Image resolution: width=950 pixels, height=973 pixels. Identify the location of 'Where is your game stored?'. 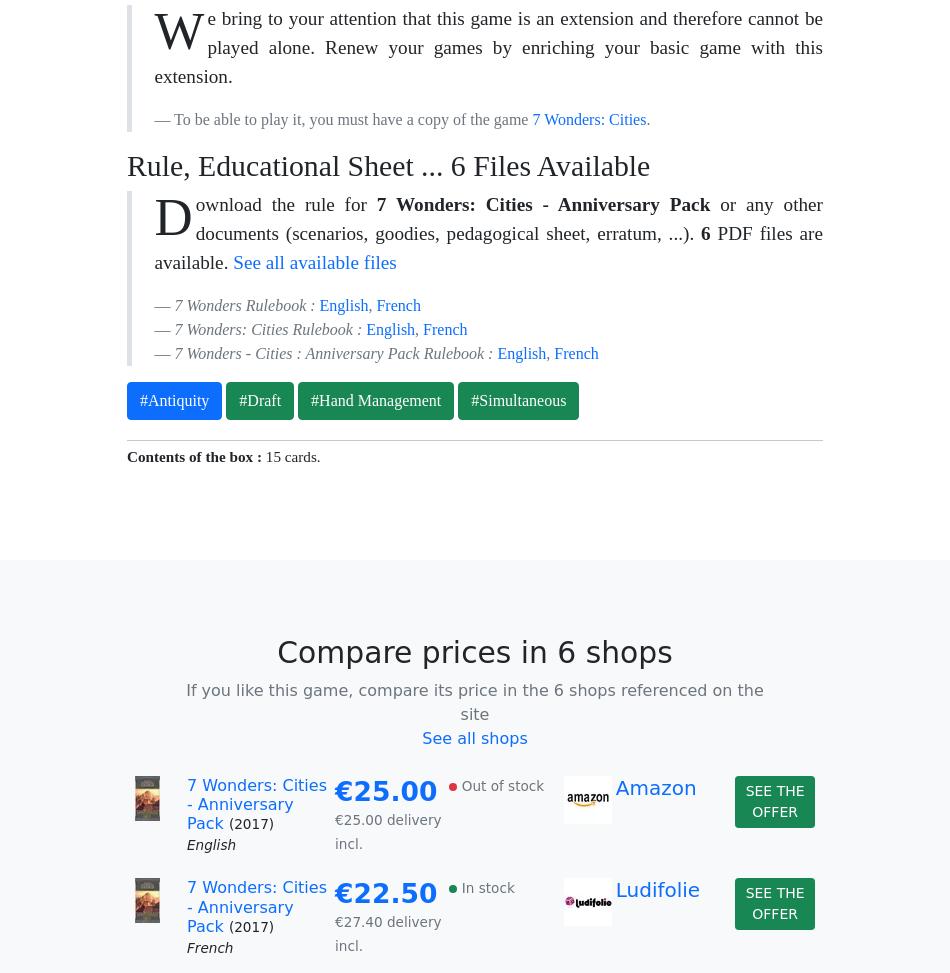
(373, 289).